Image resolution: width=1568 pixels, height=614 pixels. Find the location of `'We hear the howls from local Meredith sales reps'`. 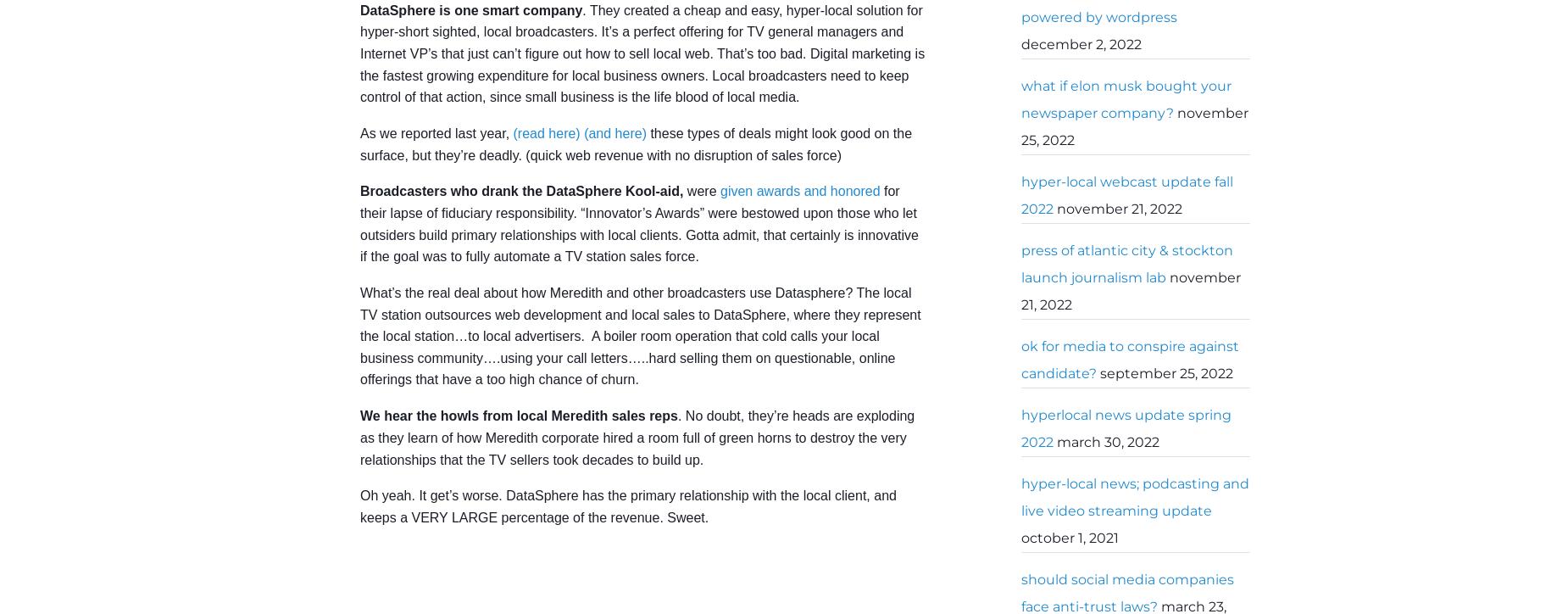

'We hear the howls from local Meredith sales reps' is located at coordinates (518, 415).